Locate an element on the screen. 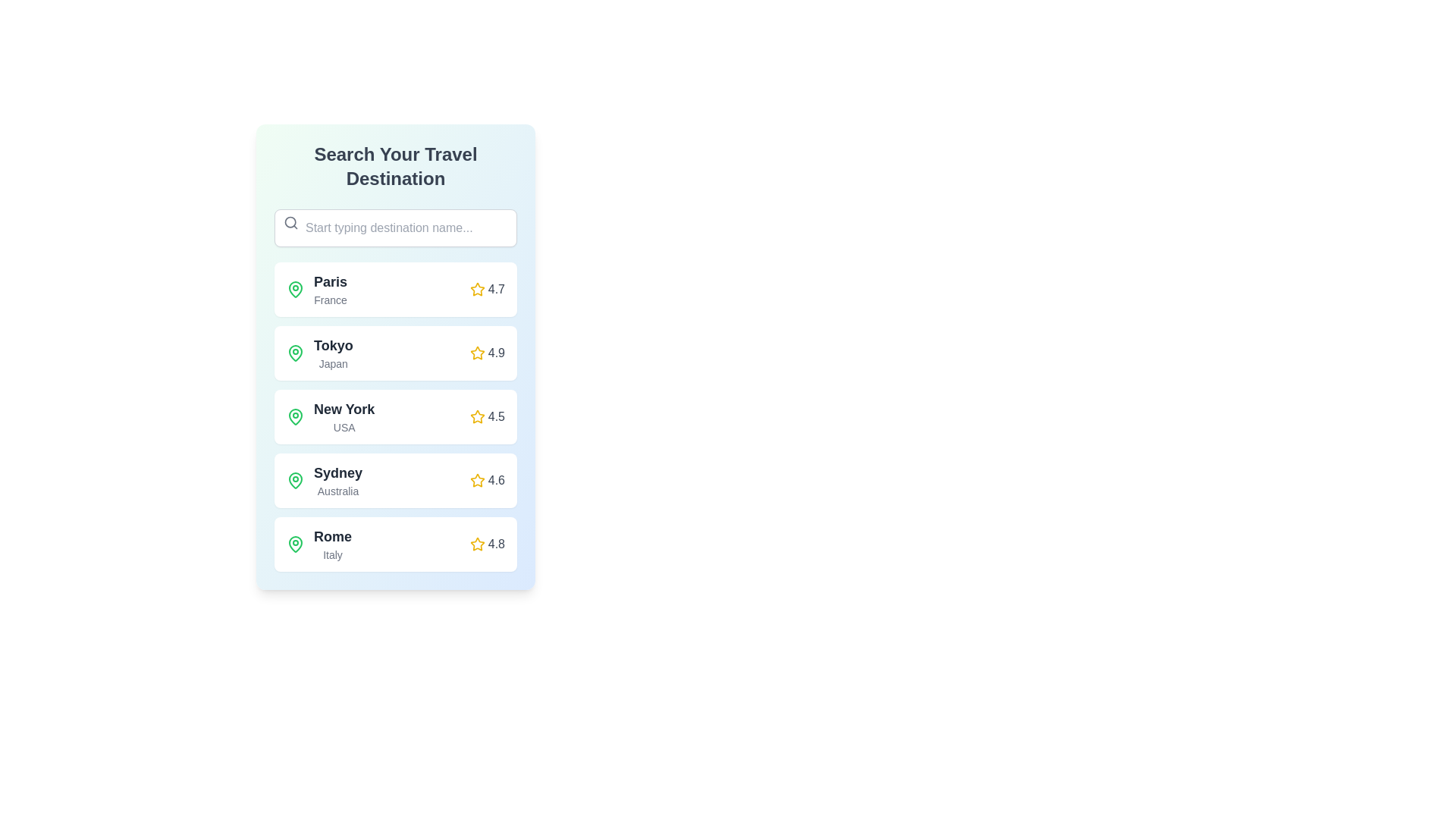 The height and width of the screenshot is (819, 1456). the star-shaped icon that visually depicts the rating information for 'Rome, Italy', located to the left of the numeric rating '4.8' is located at coordinates (476, 543).